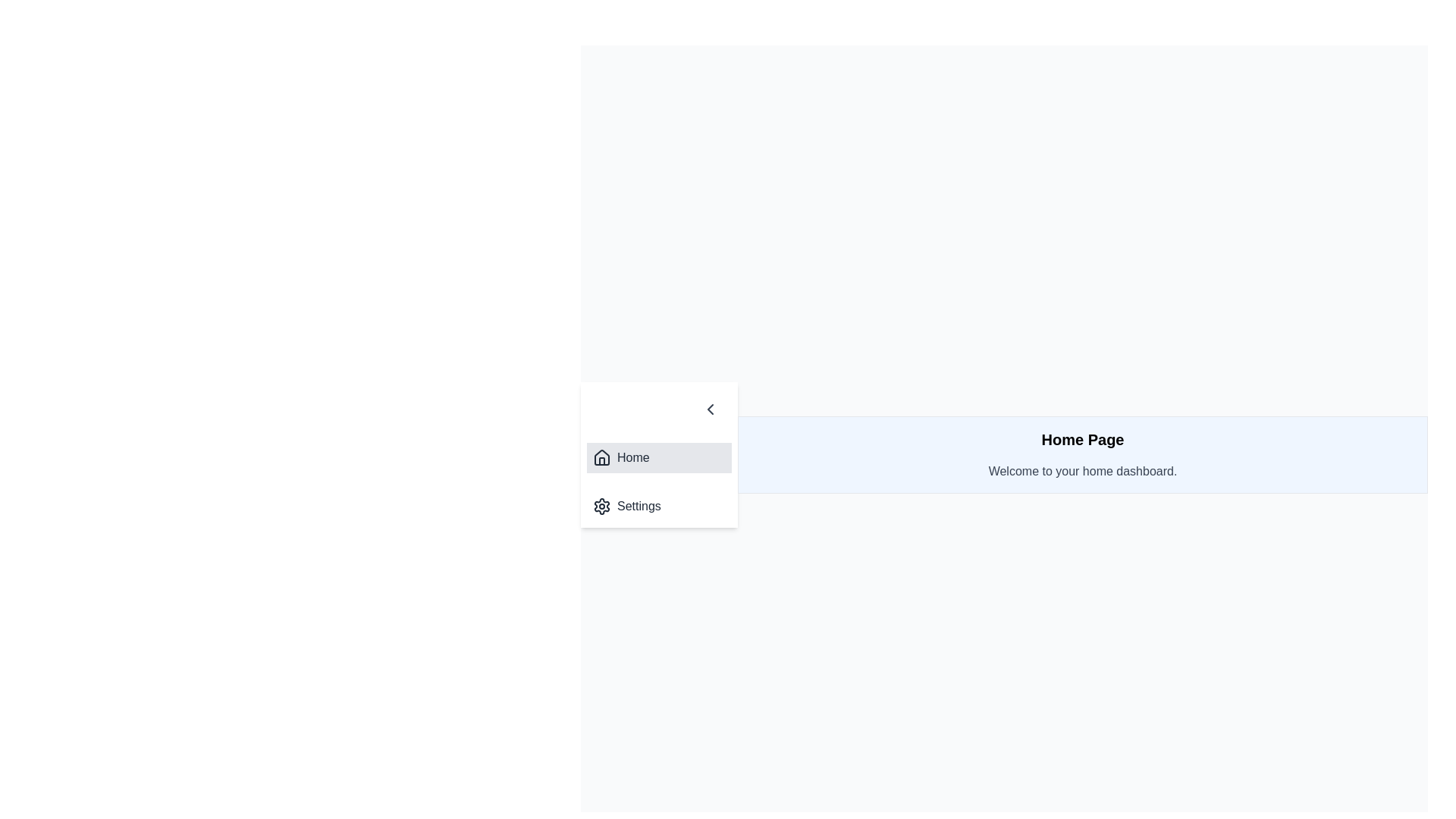 This screenshot has width=1456, height=819. Describe the element at coordinates (601, 456) in the screenshot. I see `the house icon located at the top of the menu list, adjacent to the 'Home' label` at that location.